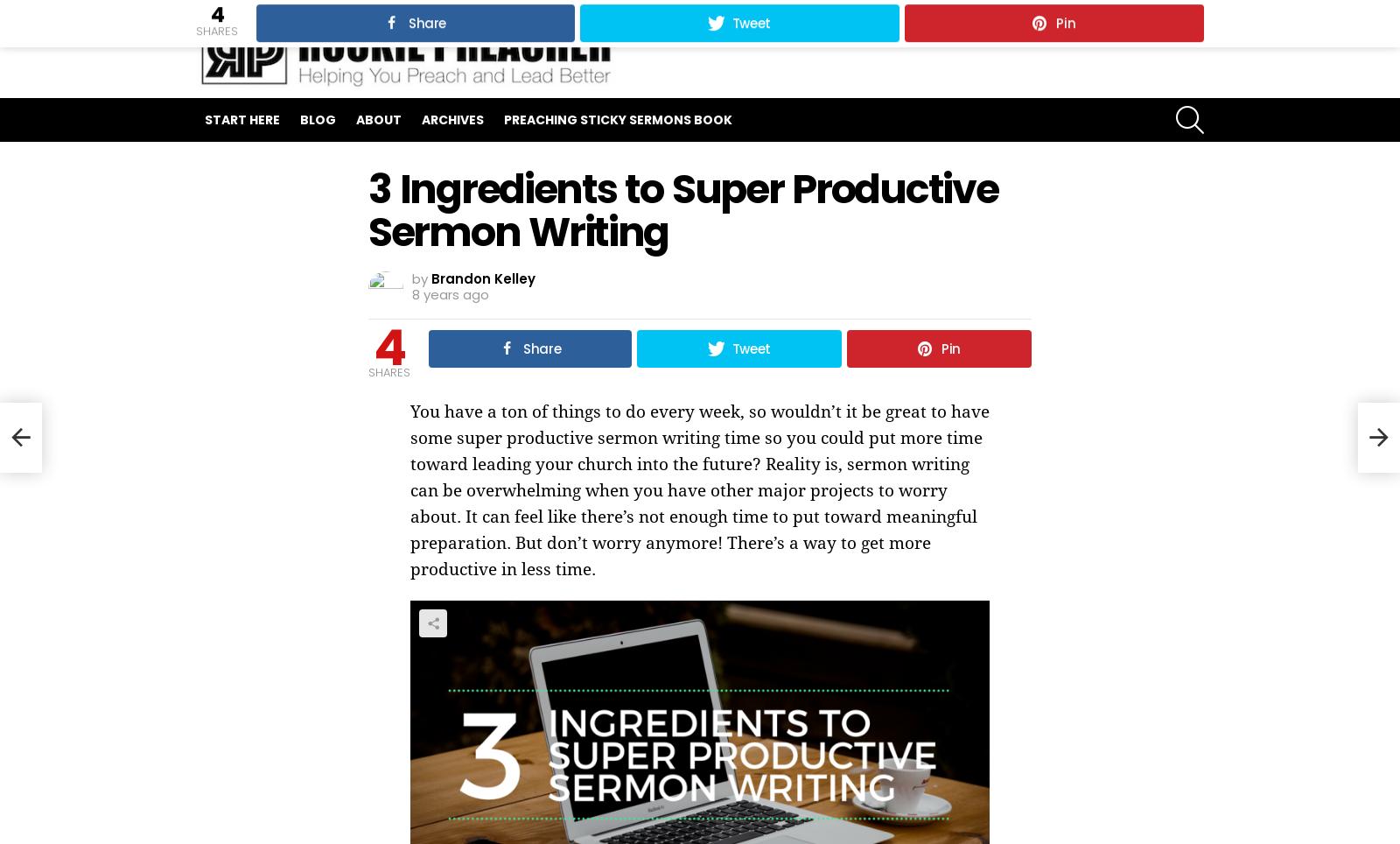 The image size is (1400, 844). What do you see at coordinates (430, 278) in the screenshot?
I see `'Brandon Kelley'` at bounding box center [430, 278].